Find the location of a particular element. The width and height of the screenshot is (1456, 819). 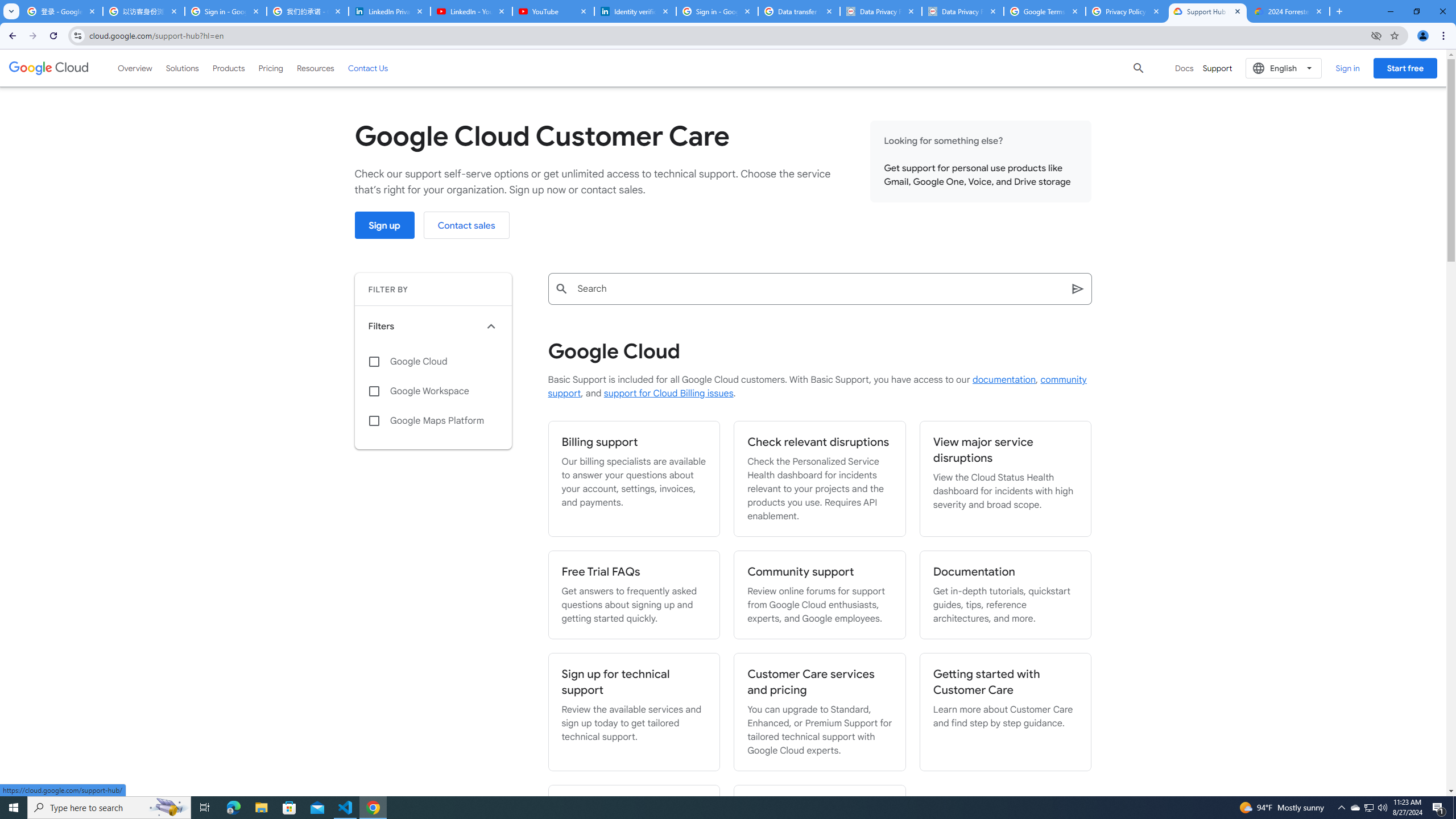

'Solutions' is located at coordinates (181, 67).